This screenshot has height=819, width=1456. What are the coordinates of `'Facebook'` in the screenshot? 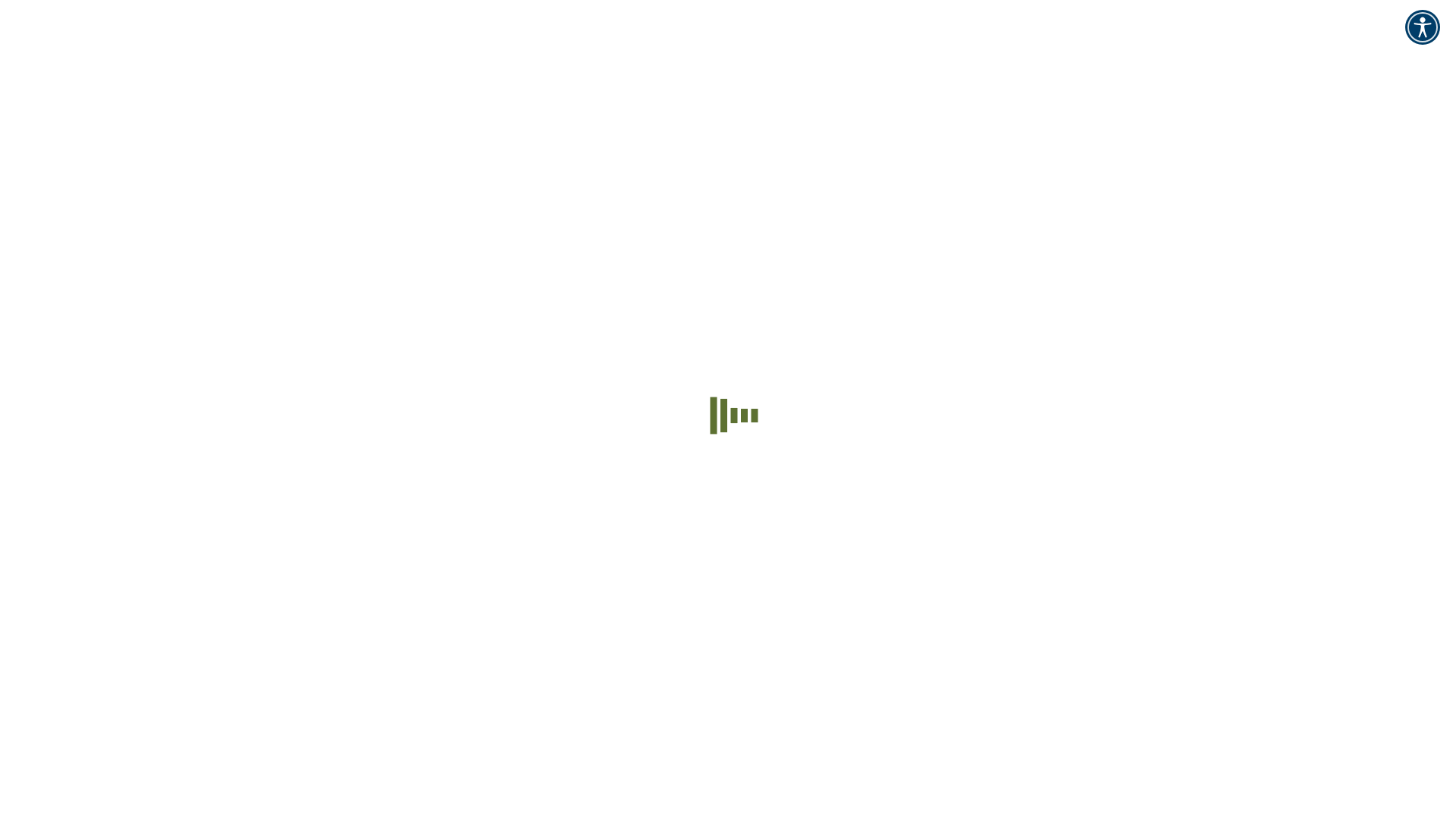 It's located at (29, 559).